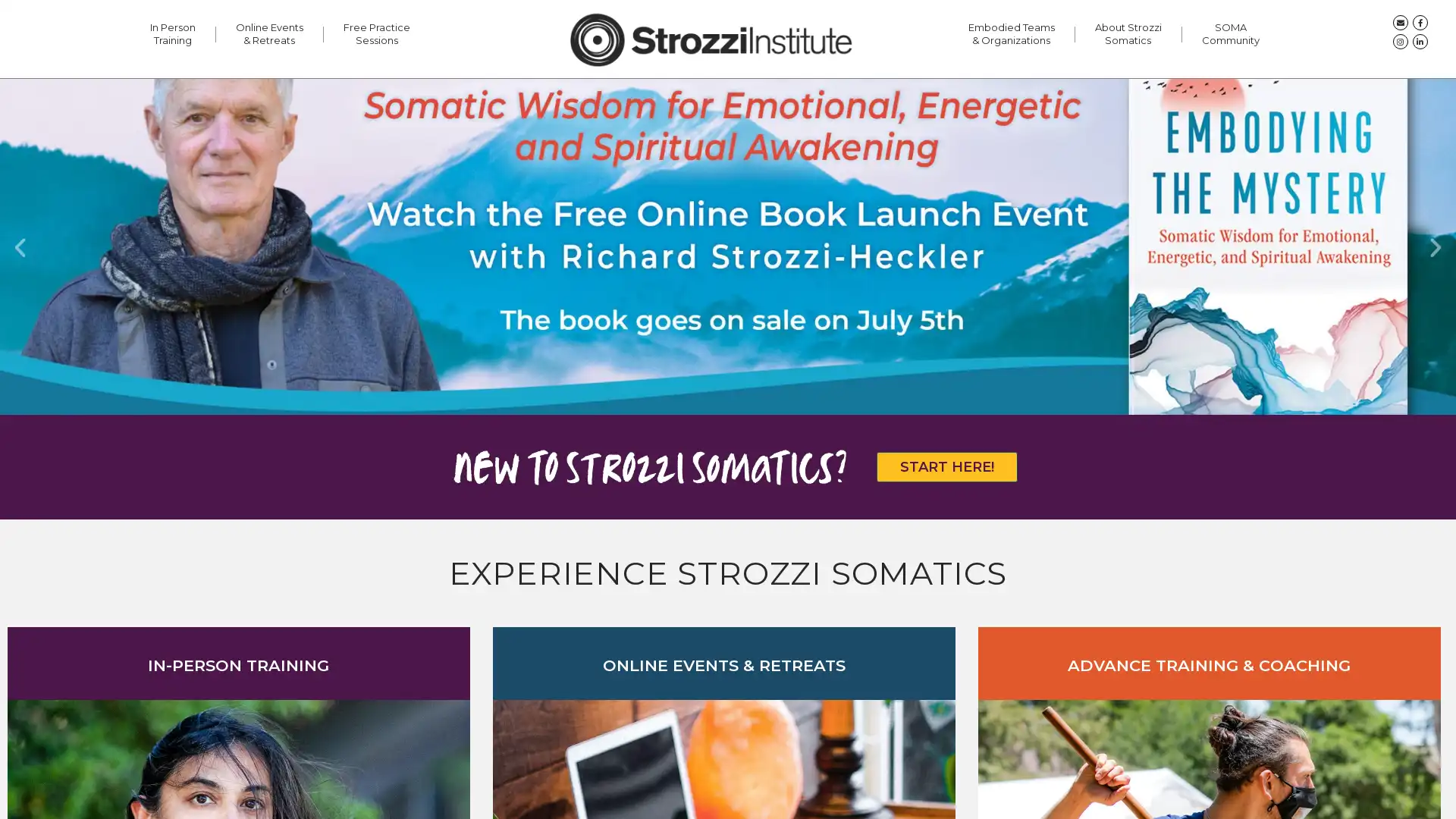 Image resolution: width=1456 pixels, height=819 pixels. What do you see at coordinates (1435, 246) in the screenshot?
I see `Next slide` at bounding box center [1435, 246].